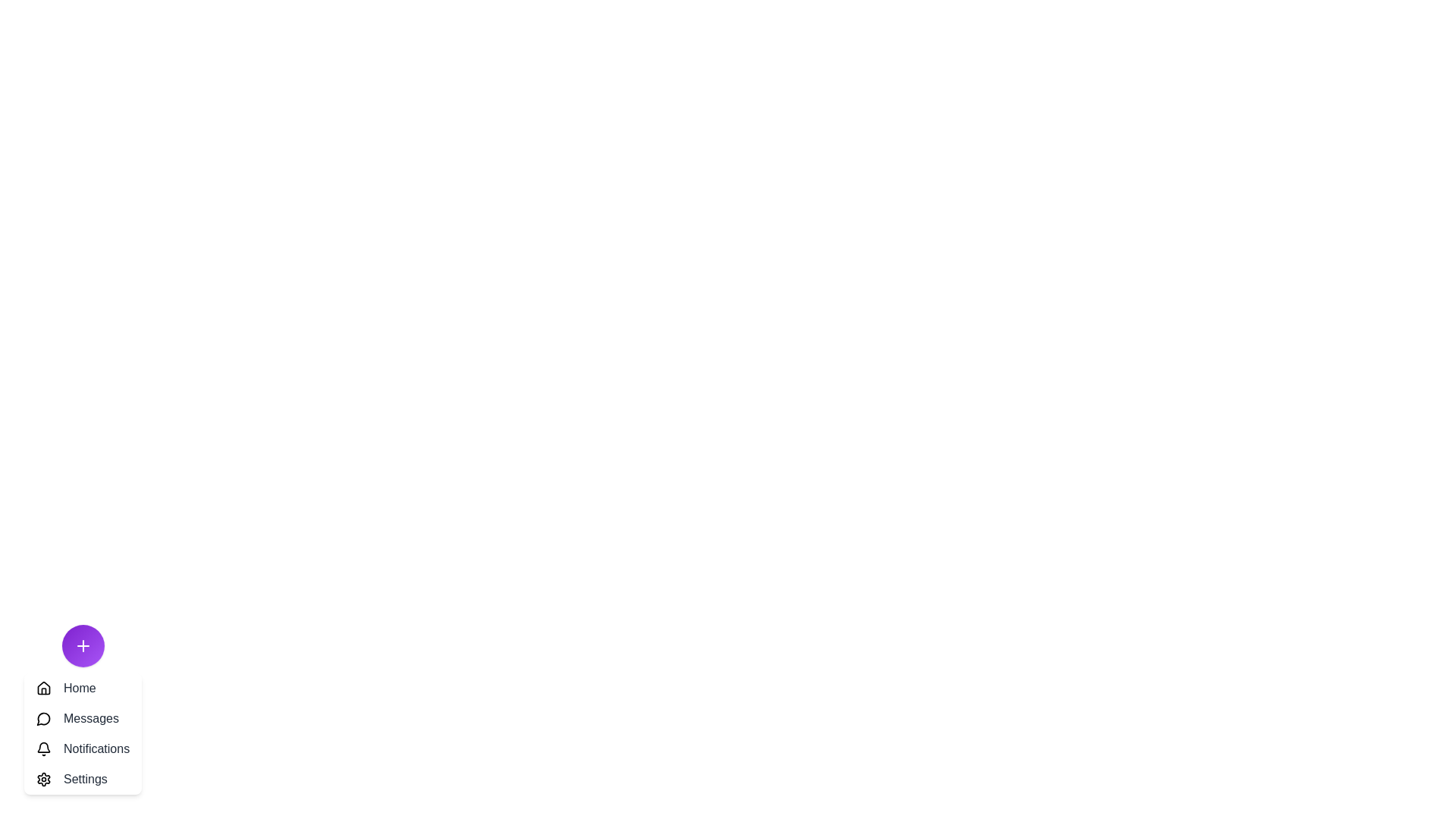  Describe the element at coordinates (82, 646) in the screenshot. I see `the floating action button to toggle the menu` at that location.